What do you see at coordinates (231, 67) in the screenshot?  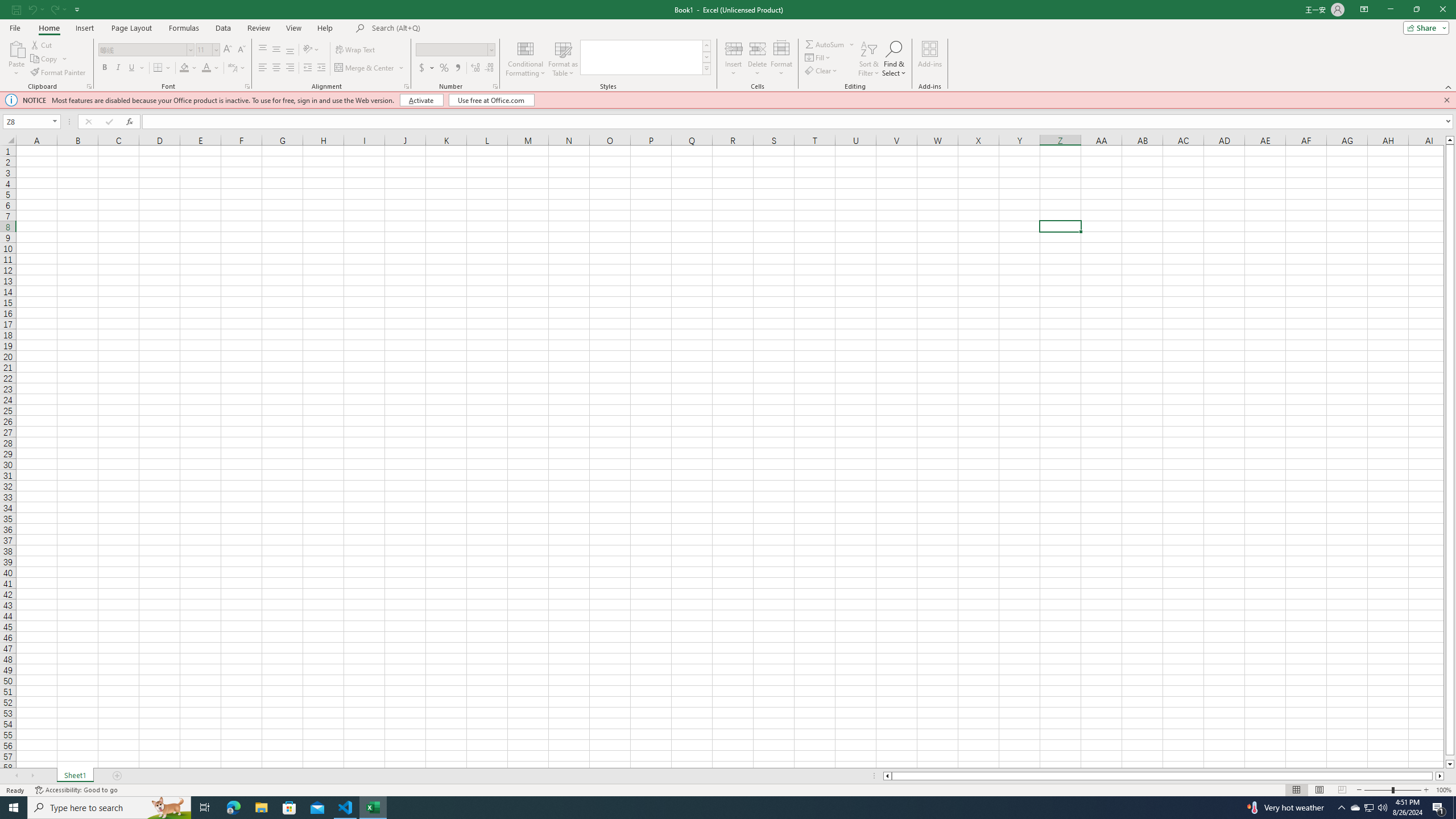 I see `'Show Phonetic Field'` at bounding box center [231, 67].